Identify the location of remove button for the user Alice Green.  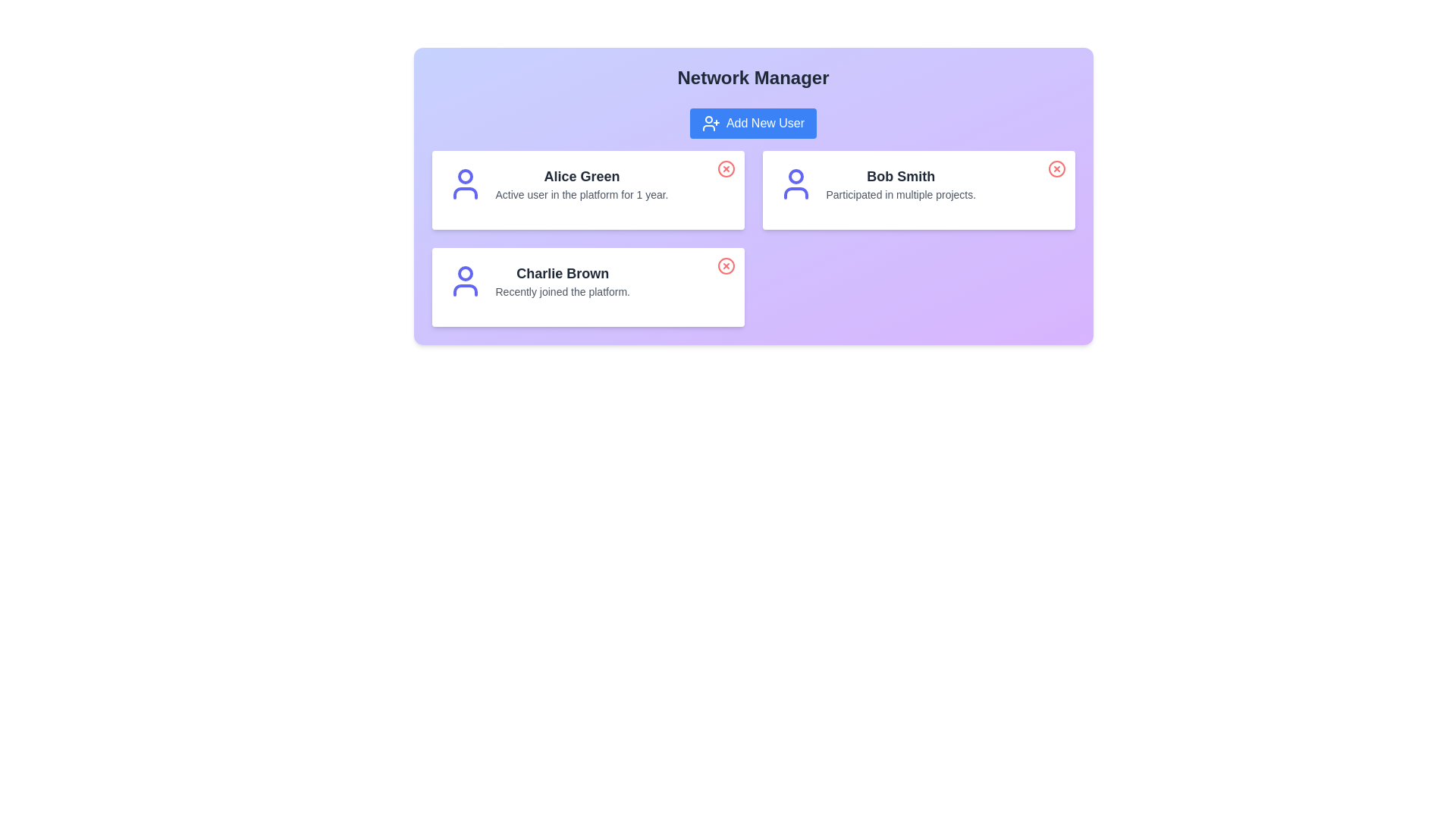
(725, 169).